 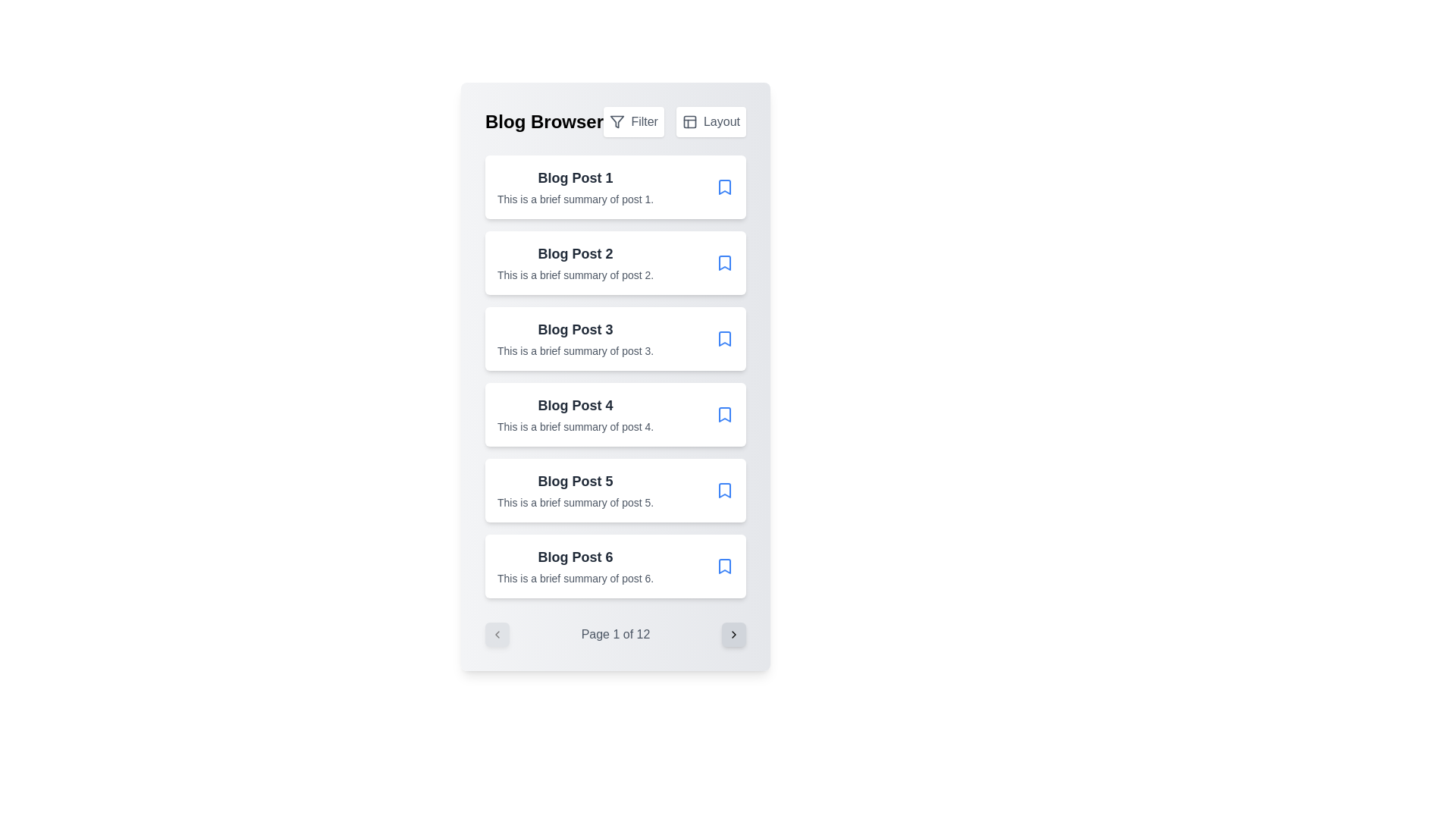 I want to click on the static text displaying 'Blog Post 3', which is the title of the third blog post entry in the list, styled with a large font size and bold weight, so click(x=575, y=329).